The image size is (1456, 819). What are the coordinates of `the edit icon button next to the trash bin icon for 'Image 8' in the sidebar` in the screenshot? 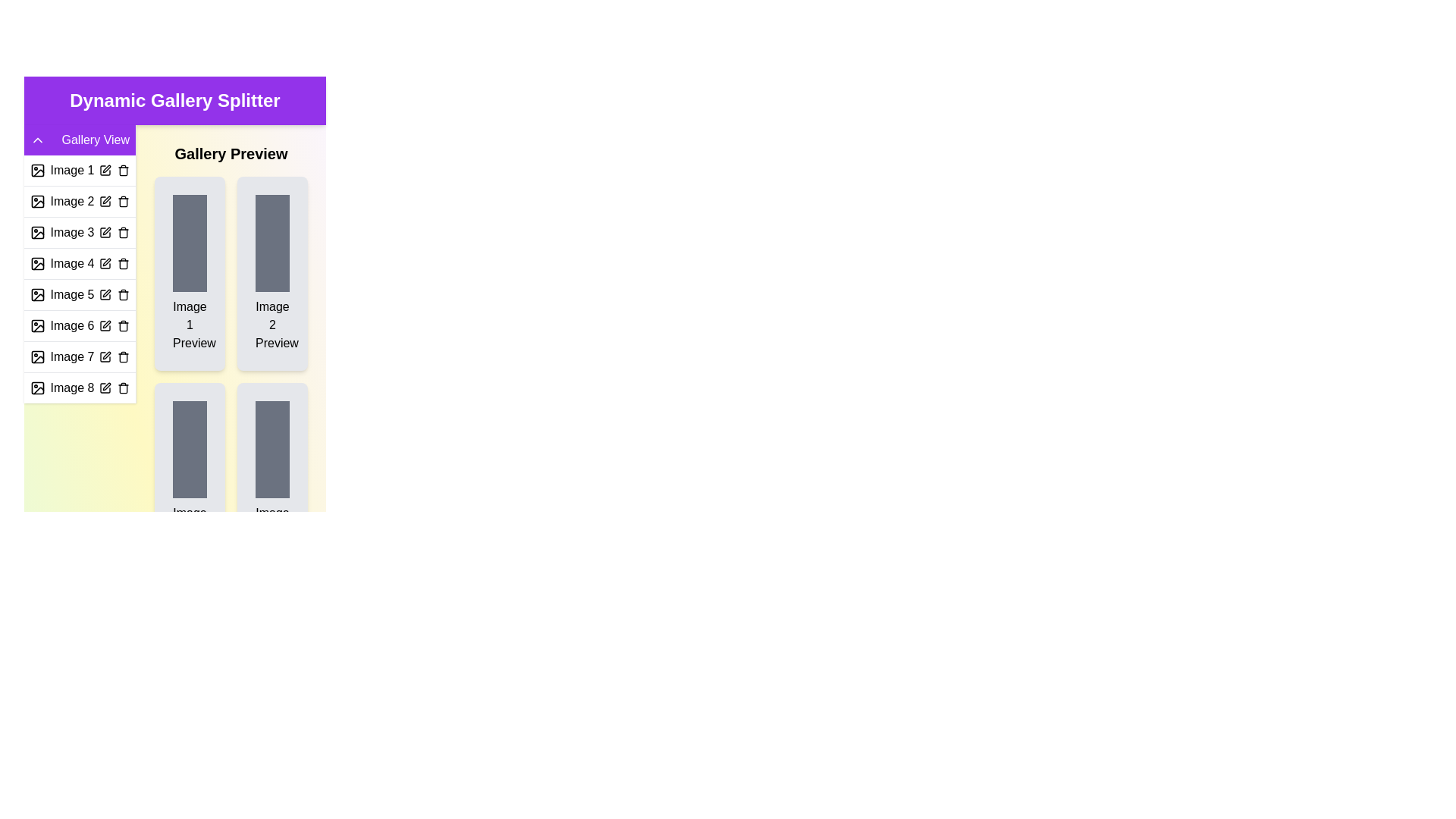 It's located at (105, 385).